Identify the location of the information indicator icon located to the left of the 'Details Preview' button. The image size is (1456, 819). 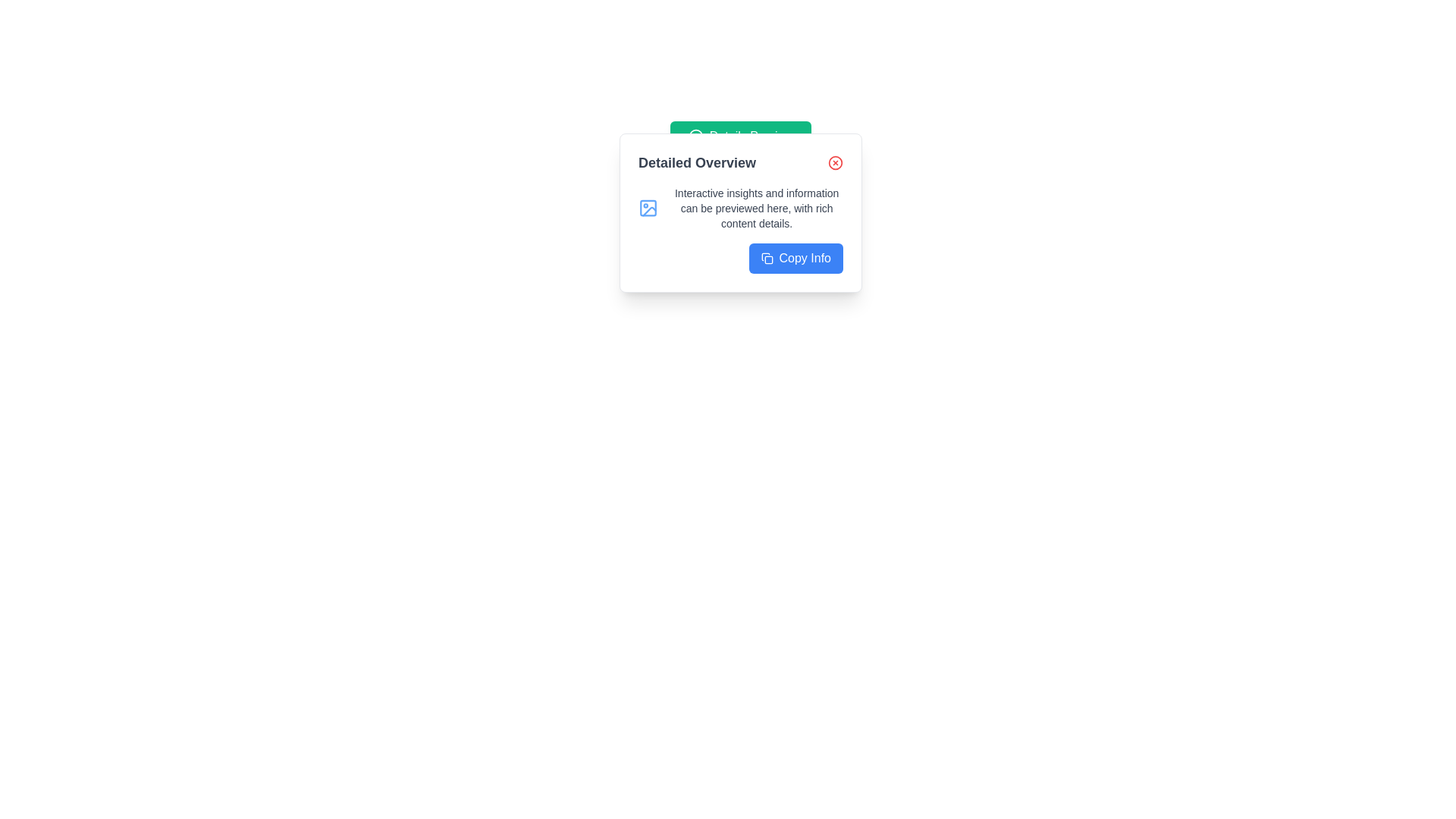
(695, 136).